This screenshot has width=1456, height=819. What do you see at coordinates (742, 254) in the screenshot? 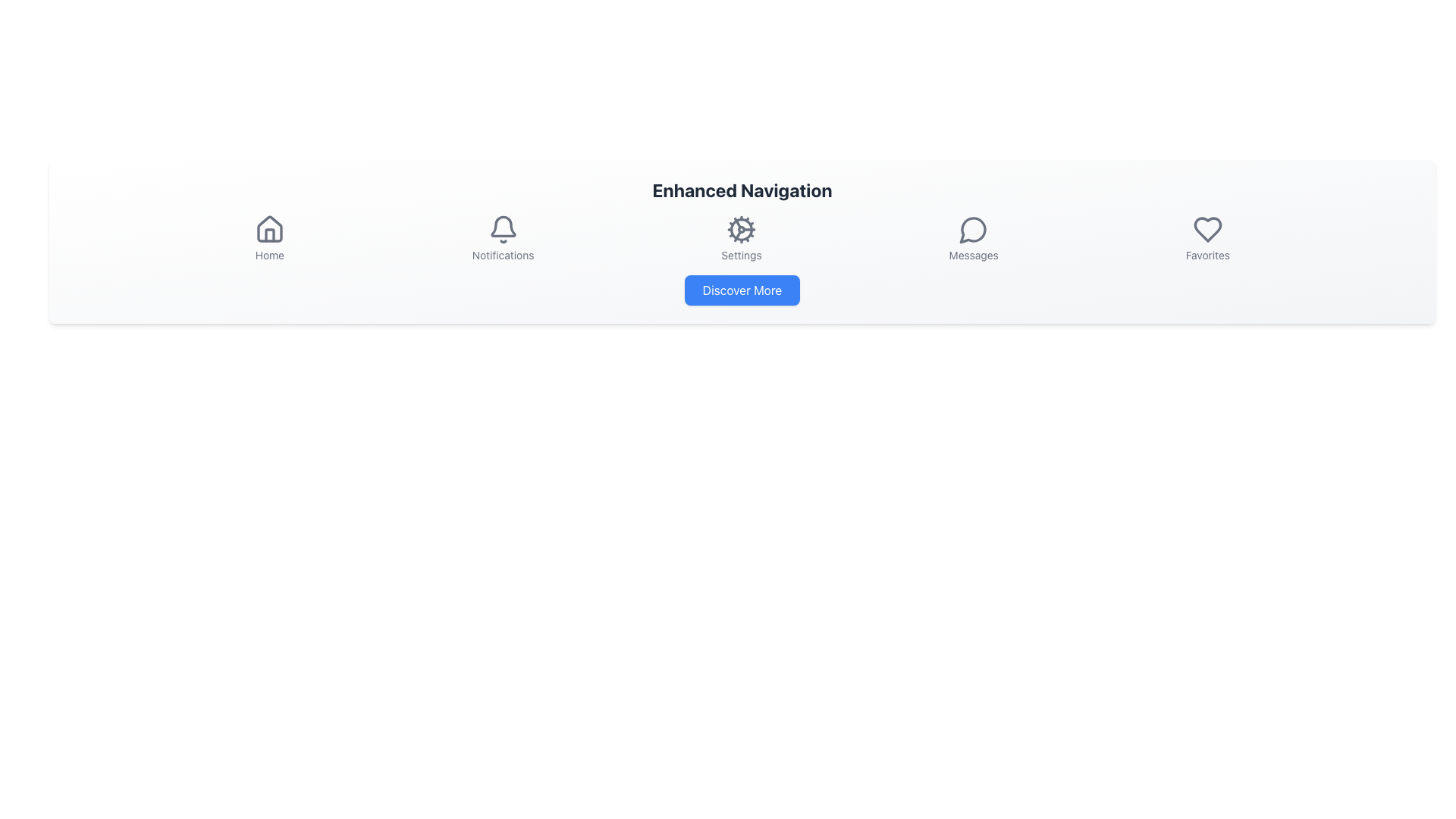
I see `the descriptive text label located below the cogwheel icon in the navigation bar, situated between the 'Notifications' and 'Messages' sections` at bounding box center [742, 254].